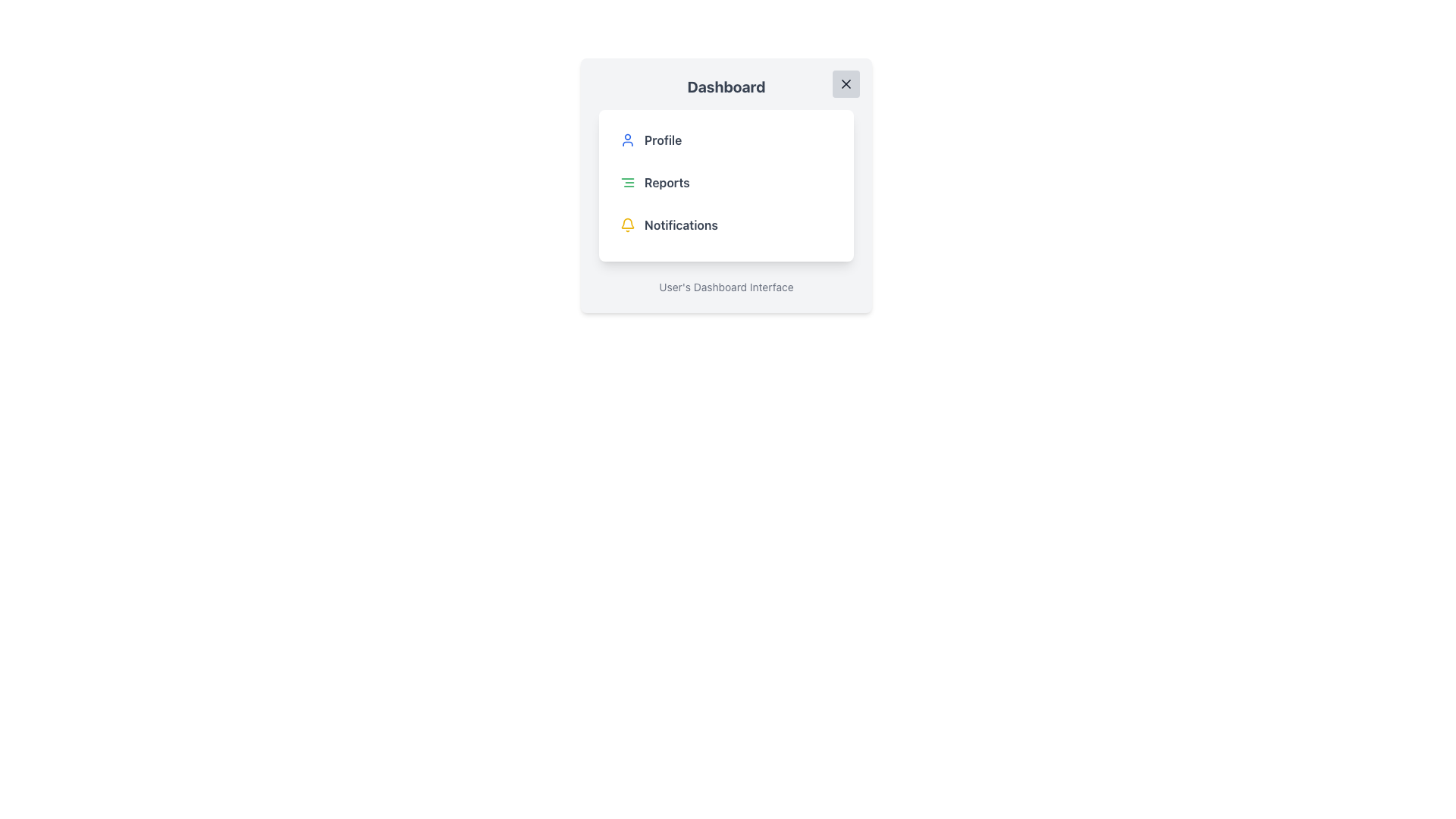  What do you see at coordinates (726, 185) in the screenshot?
I see `the navigational button labeled 'Reports', which is positioned slightly below the title 'Dashboard' and is the second item in the list structure` at bounding box center [726, 185].